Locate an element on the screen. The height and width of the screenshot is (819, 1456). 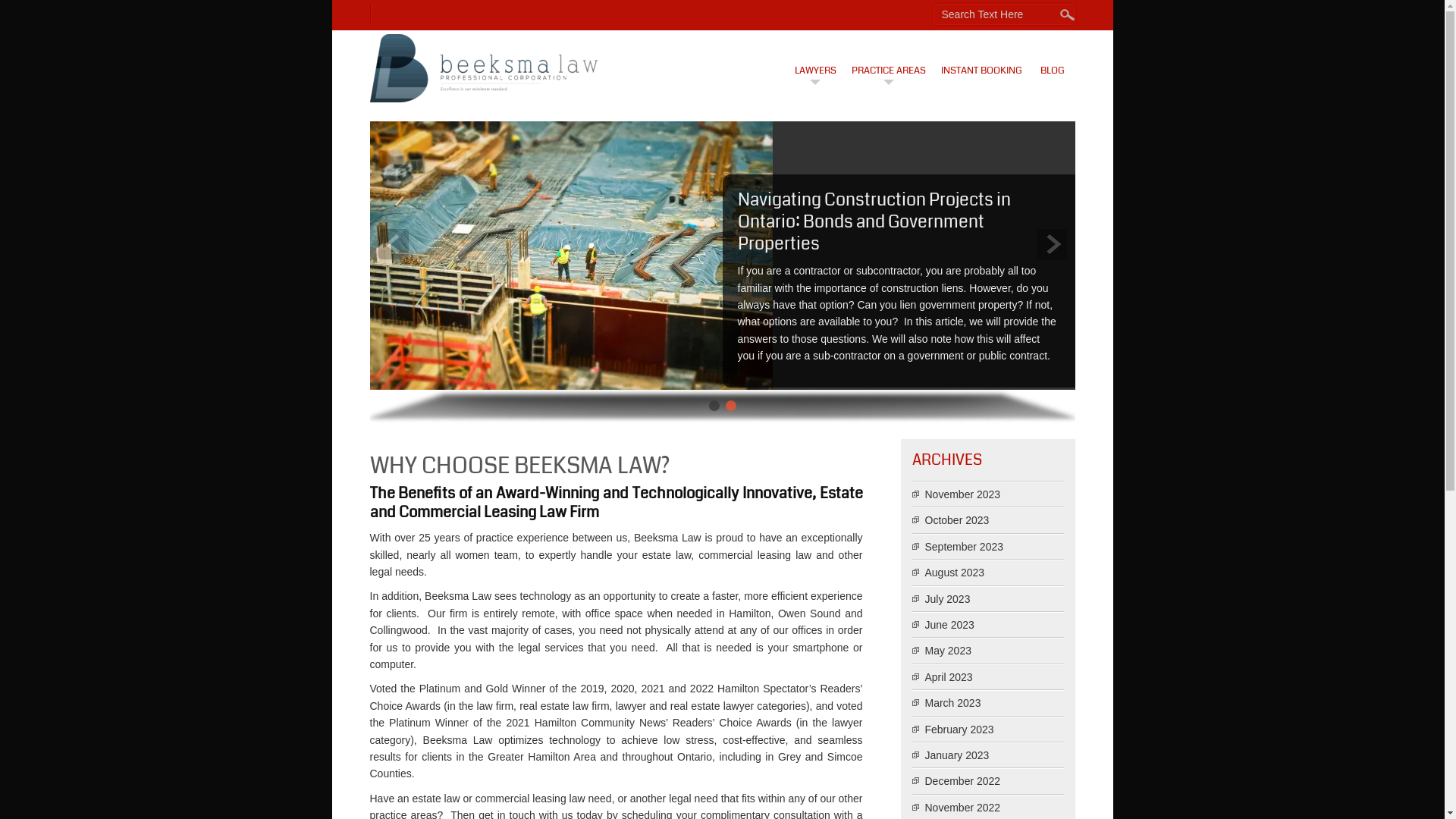
'August 2023' is located at coordinates (954, 573).